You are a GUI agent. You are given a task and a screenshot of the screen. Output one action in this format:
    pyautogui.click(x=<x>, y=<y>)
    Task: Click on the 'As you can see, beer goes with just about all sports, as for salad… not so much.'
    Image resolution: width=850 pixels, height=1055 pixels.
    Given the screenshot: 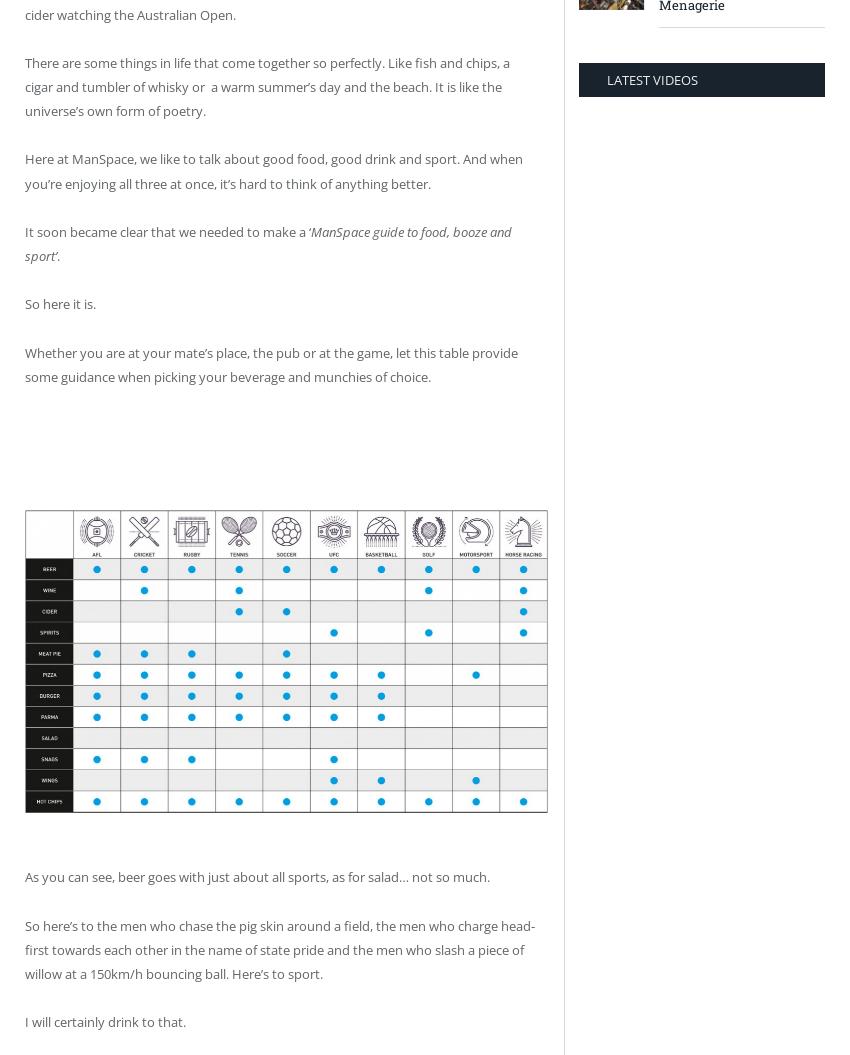 What is the action you would take?
    pyautogui.click(x=256, y=877)
    